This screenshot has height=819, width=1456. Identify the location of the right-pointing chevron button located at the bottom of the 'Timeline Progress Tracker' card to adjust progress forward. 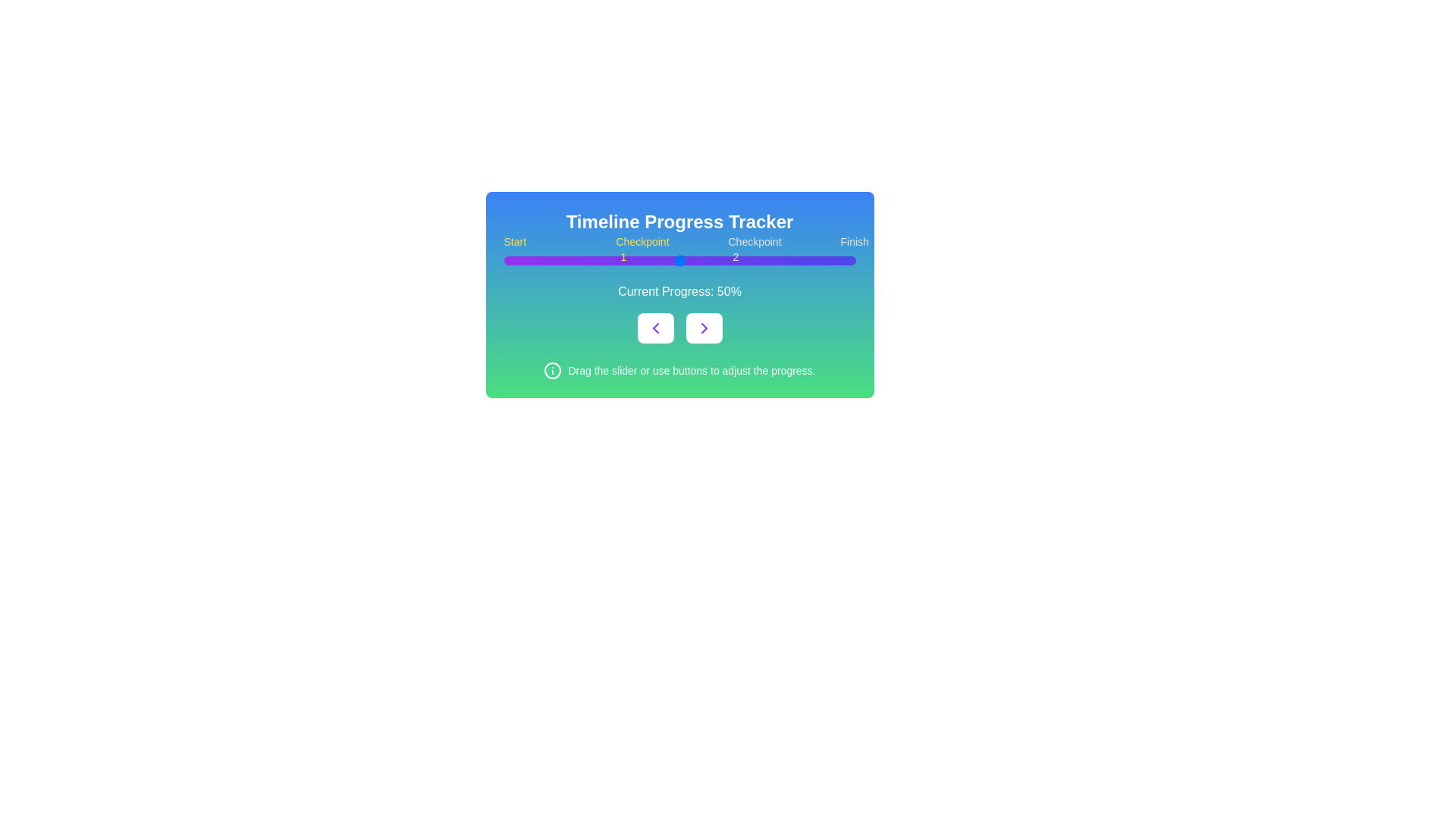
(679, 295).